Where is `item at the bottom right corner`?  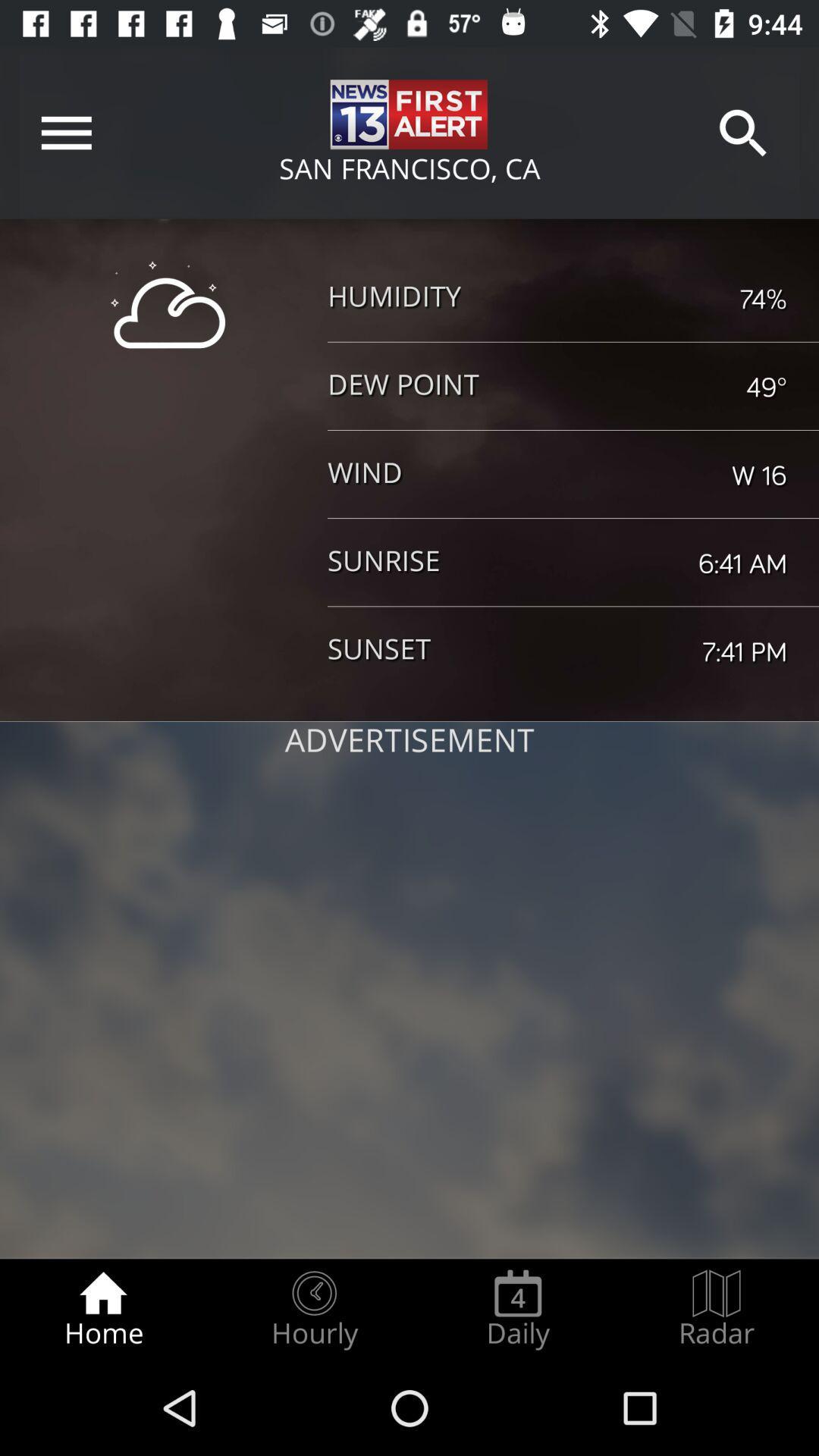
item at the bottom right corner is located at coordinates (717, 1309).